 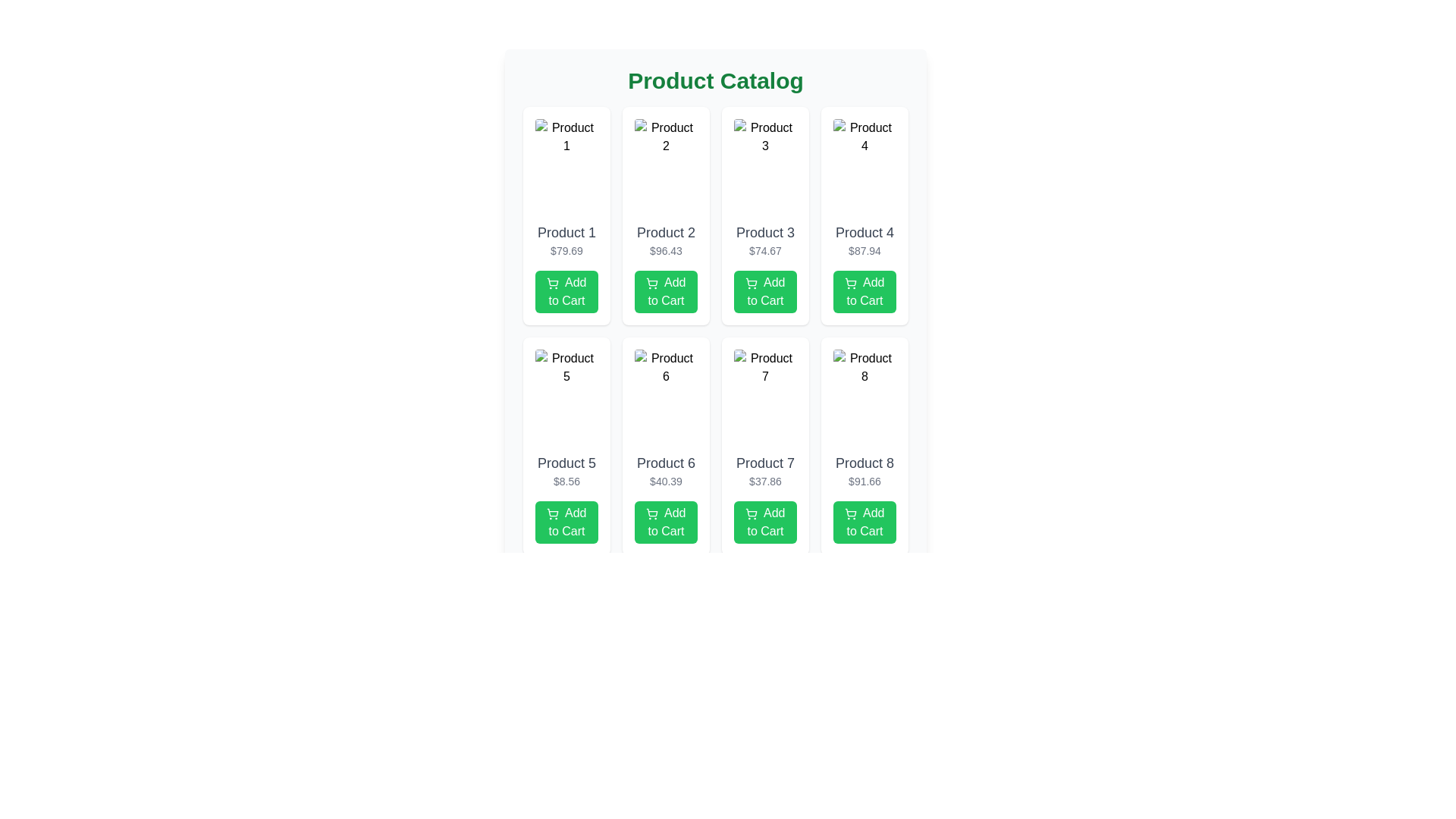 What do you see at coordinates (566, 250) in the screenshot?
I see `the price label displaying '$79.69' located below the product name 'Product 1' within the product card` at bounding box center [566, 250].